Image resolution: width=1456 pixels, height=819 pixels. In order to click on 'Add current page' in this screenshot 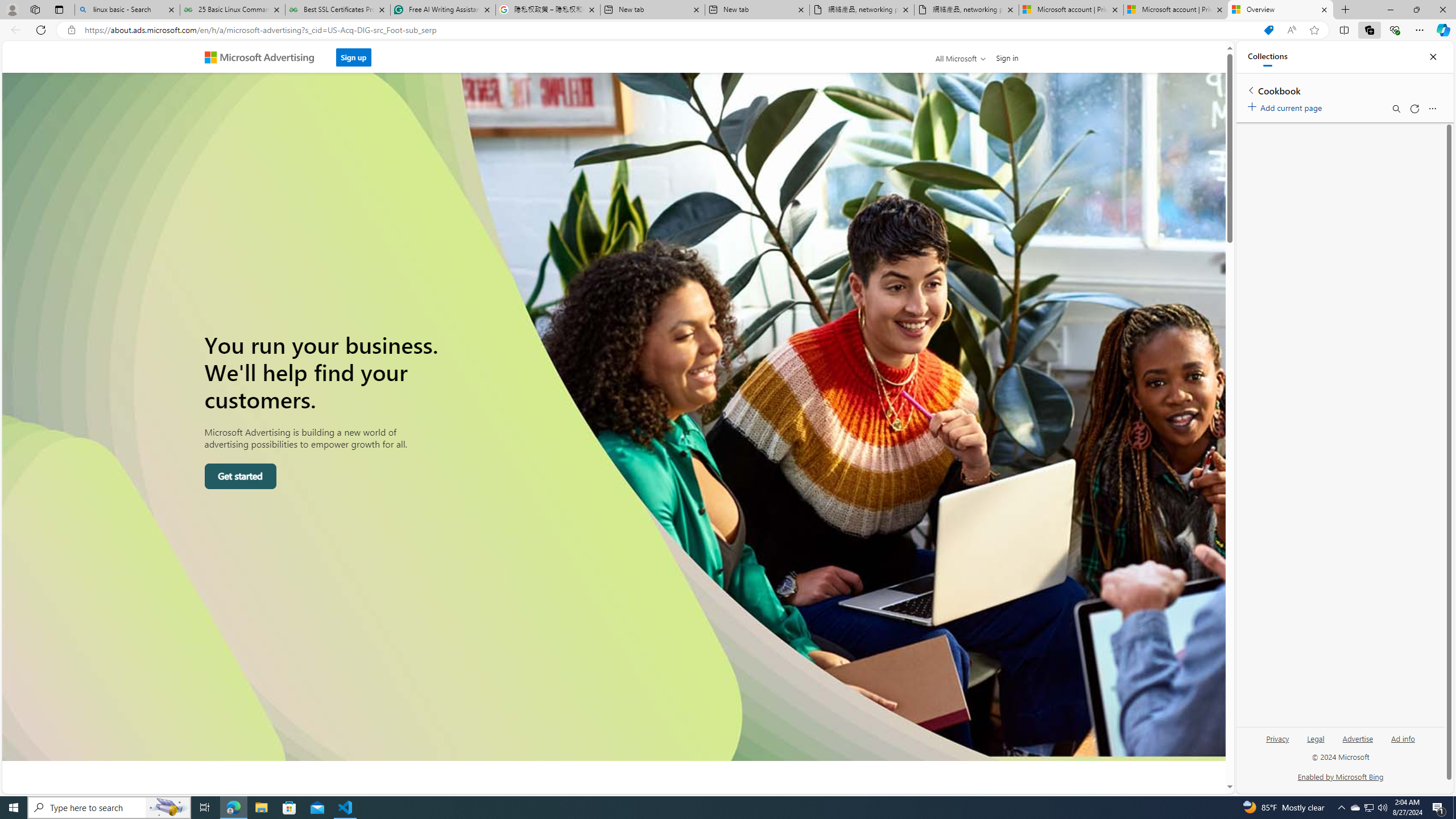, I will do `click(1287, 105)`.